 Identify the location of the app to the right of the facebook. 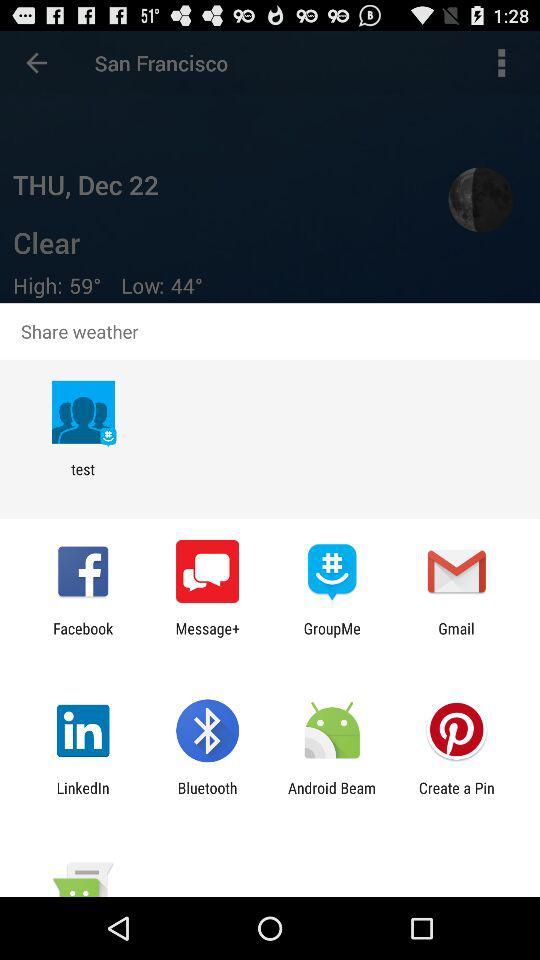
(206, 636).